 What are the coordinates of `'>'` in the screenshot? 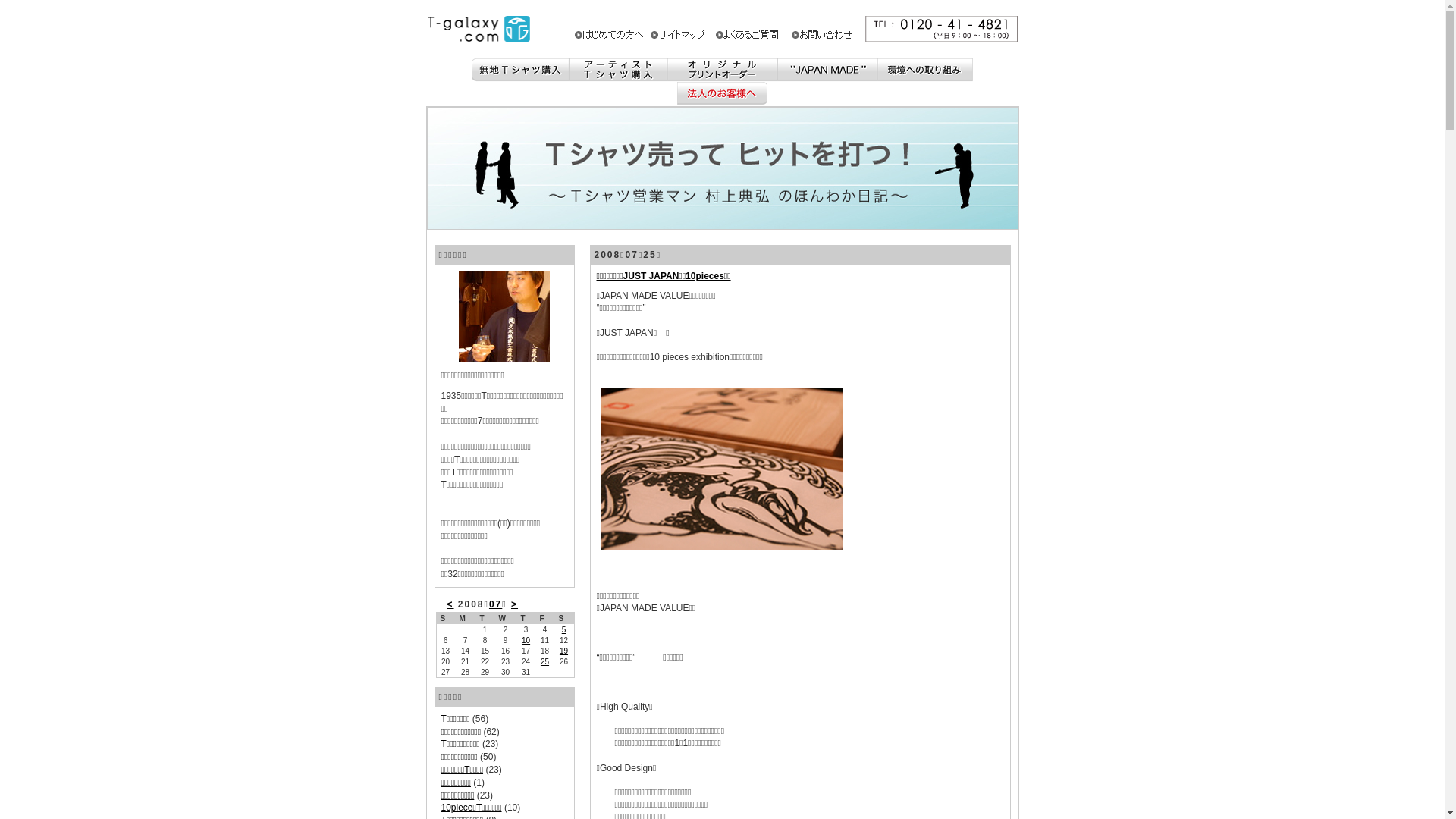 It's located at (514, 604).